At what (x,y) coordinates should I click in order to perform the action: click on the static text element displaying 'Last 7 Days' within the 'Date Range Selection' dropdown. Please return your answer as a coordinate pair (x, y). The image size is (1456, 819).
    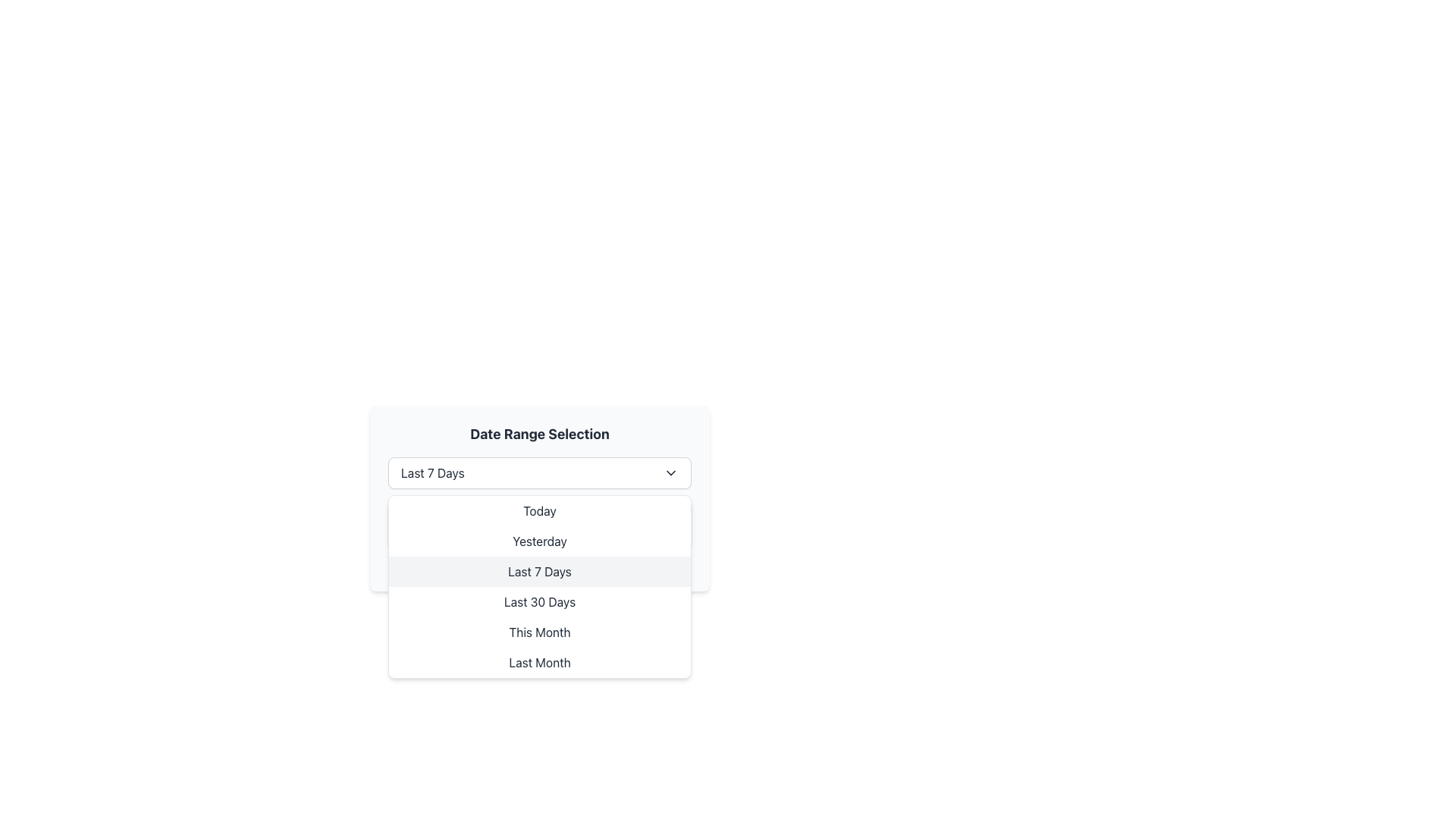
    Looking at the image, I should click on (431, 472).